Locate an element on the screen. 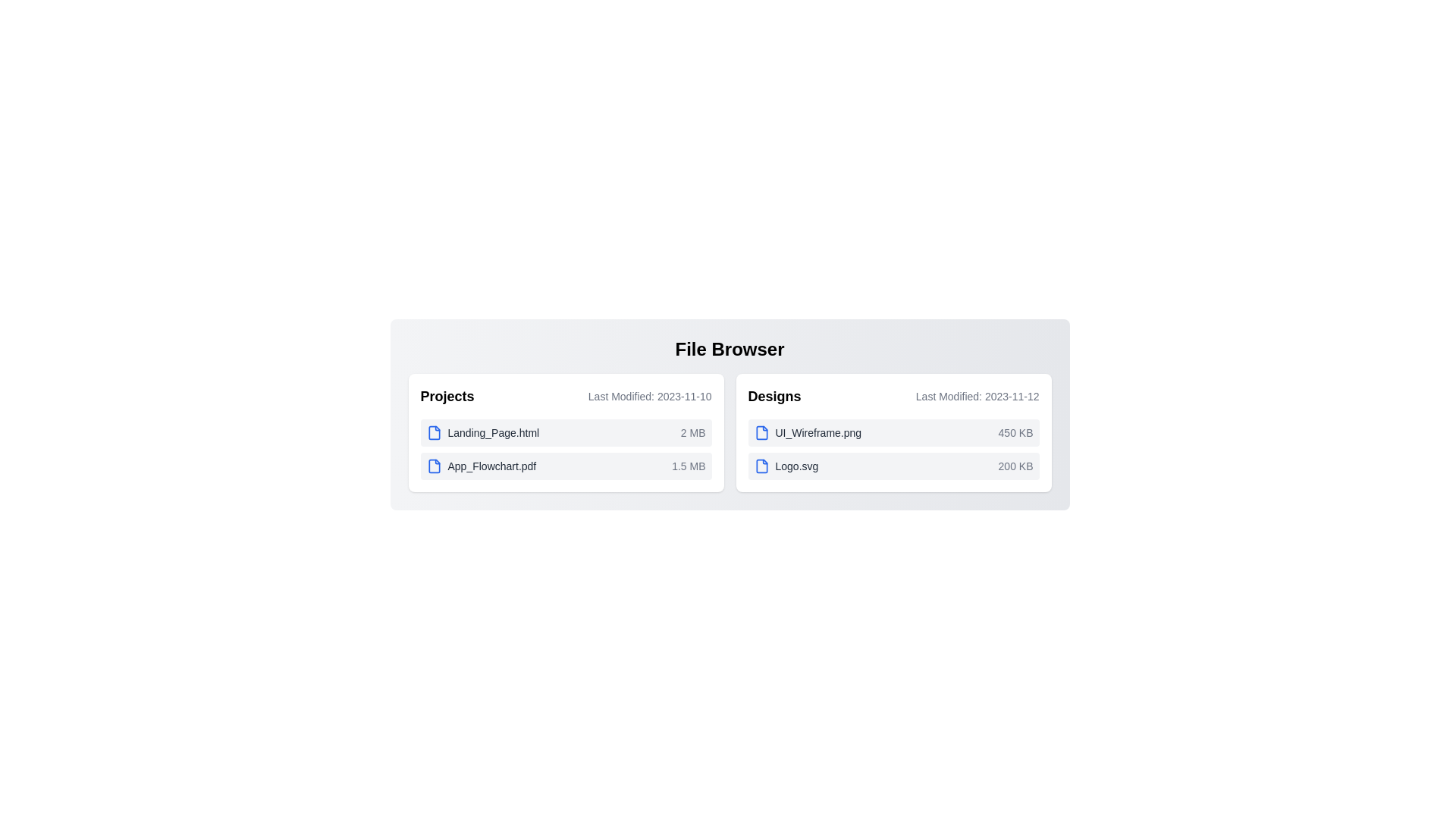  the file named Landing_Page.html to select it is located at coordinates (482, 432).